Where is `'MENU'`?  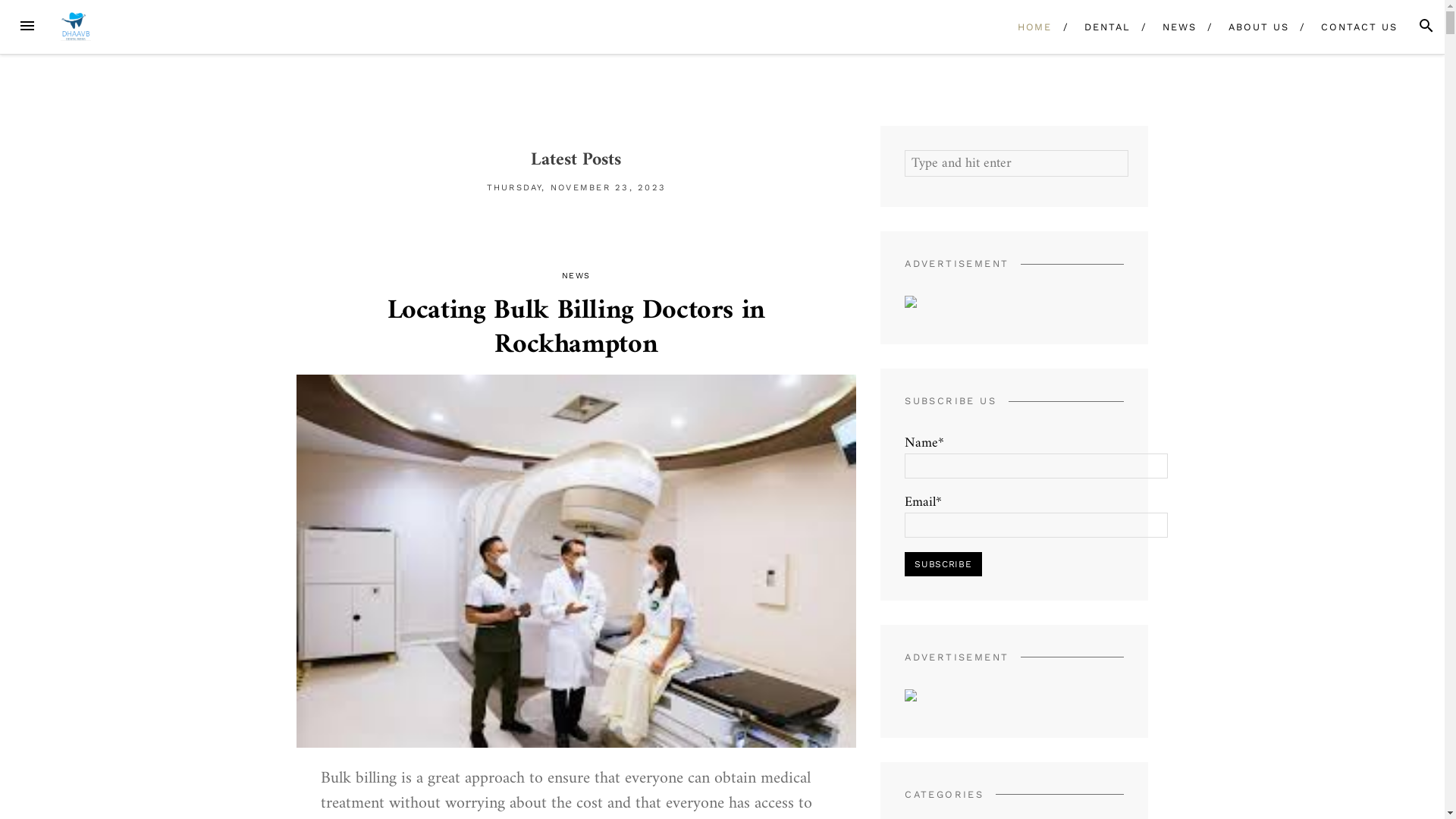 'MENU' is located at coordinates (27, 26).